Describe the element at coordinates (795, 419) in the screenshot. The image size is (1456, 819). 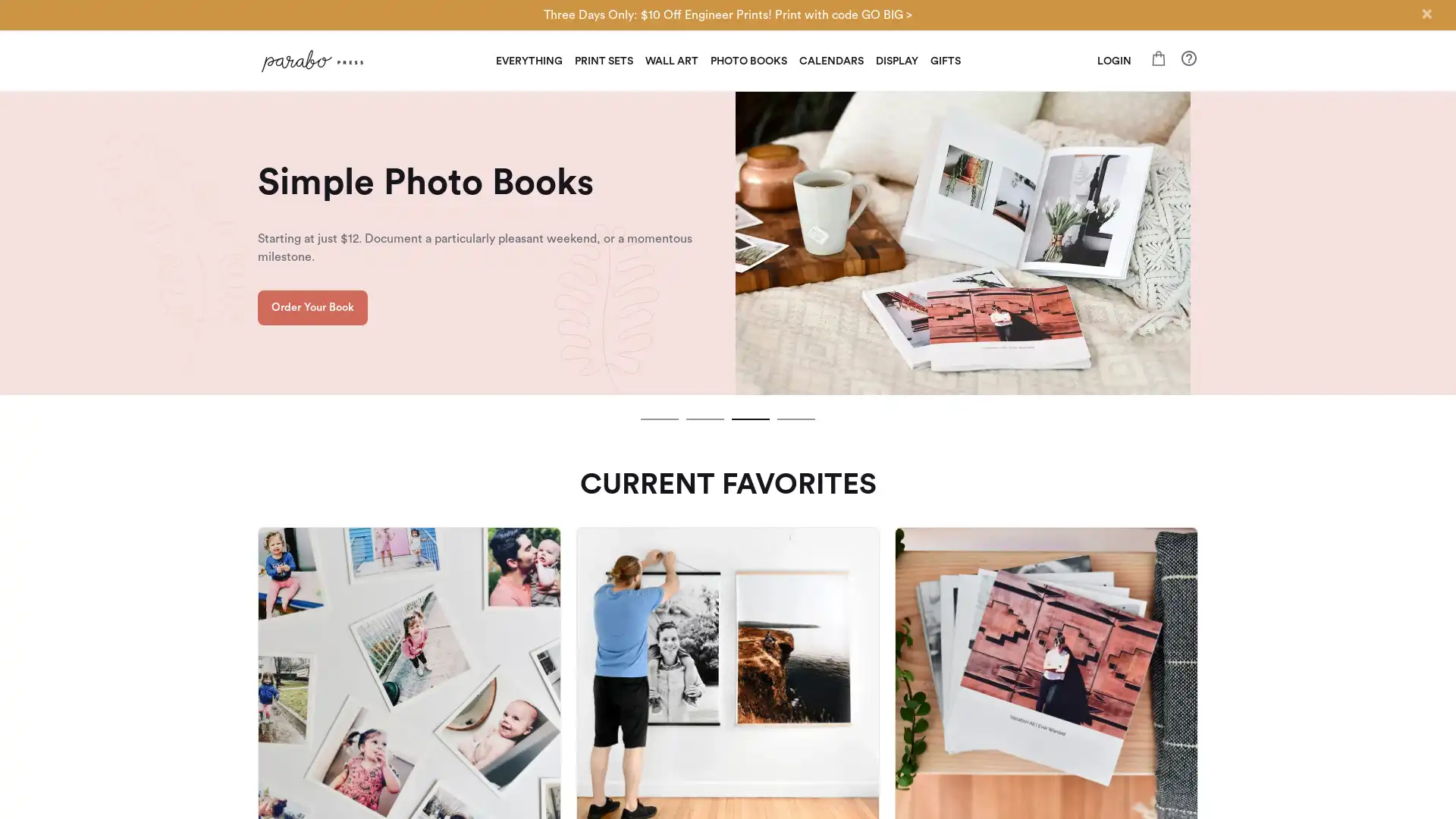
I see `slide dot` at that location.